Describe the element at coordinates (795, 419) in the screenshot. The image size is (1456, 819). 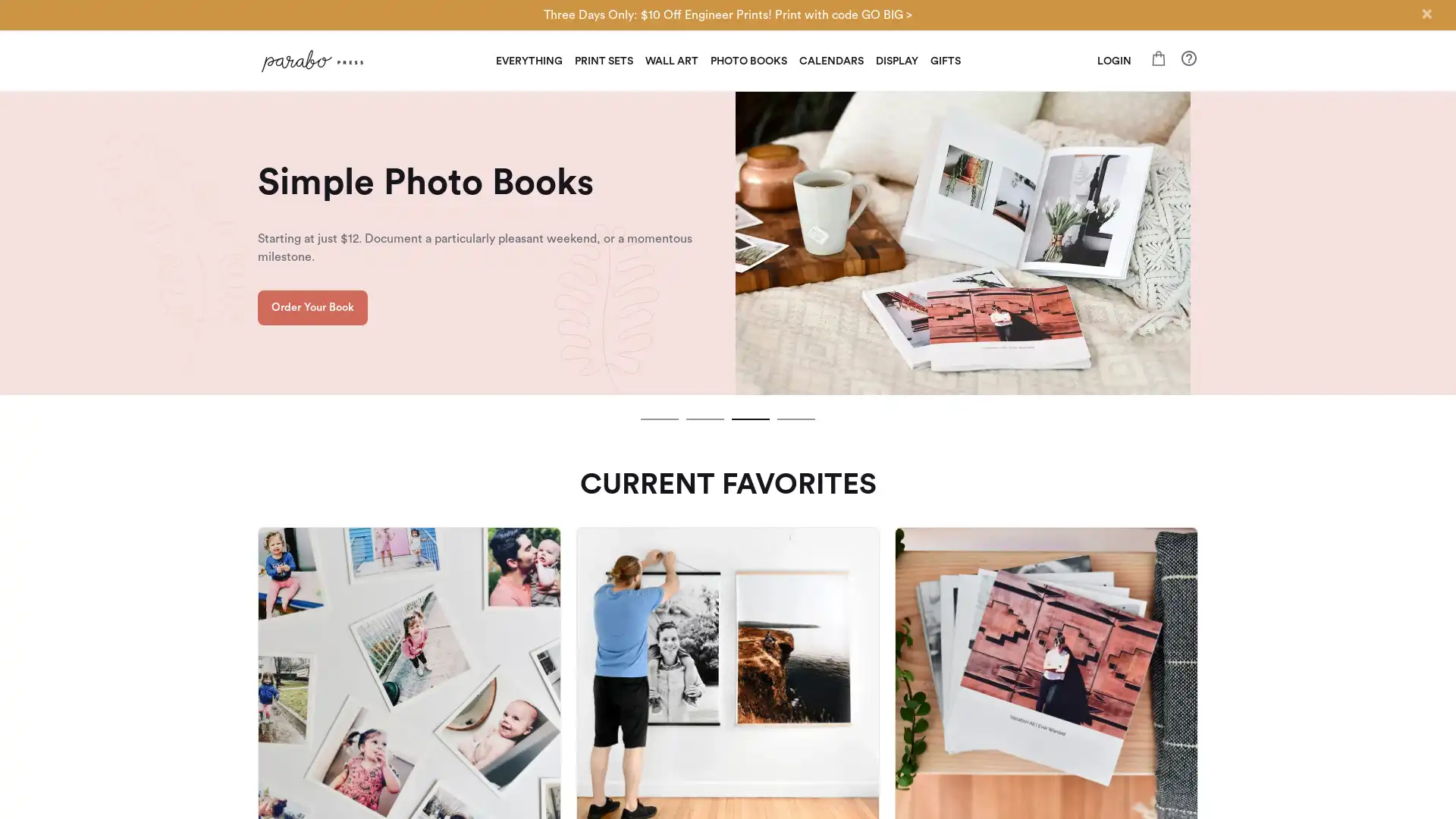
I see `slide dot` at that location.